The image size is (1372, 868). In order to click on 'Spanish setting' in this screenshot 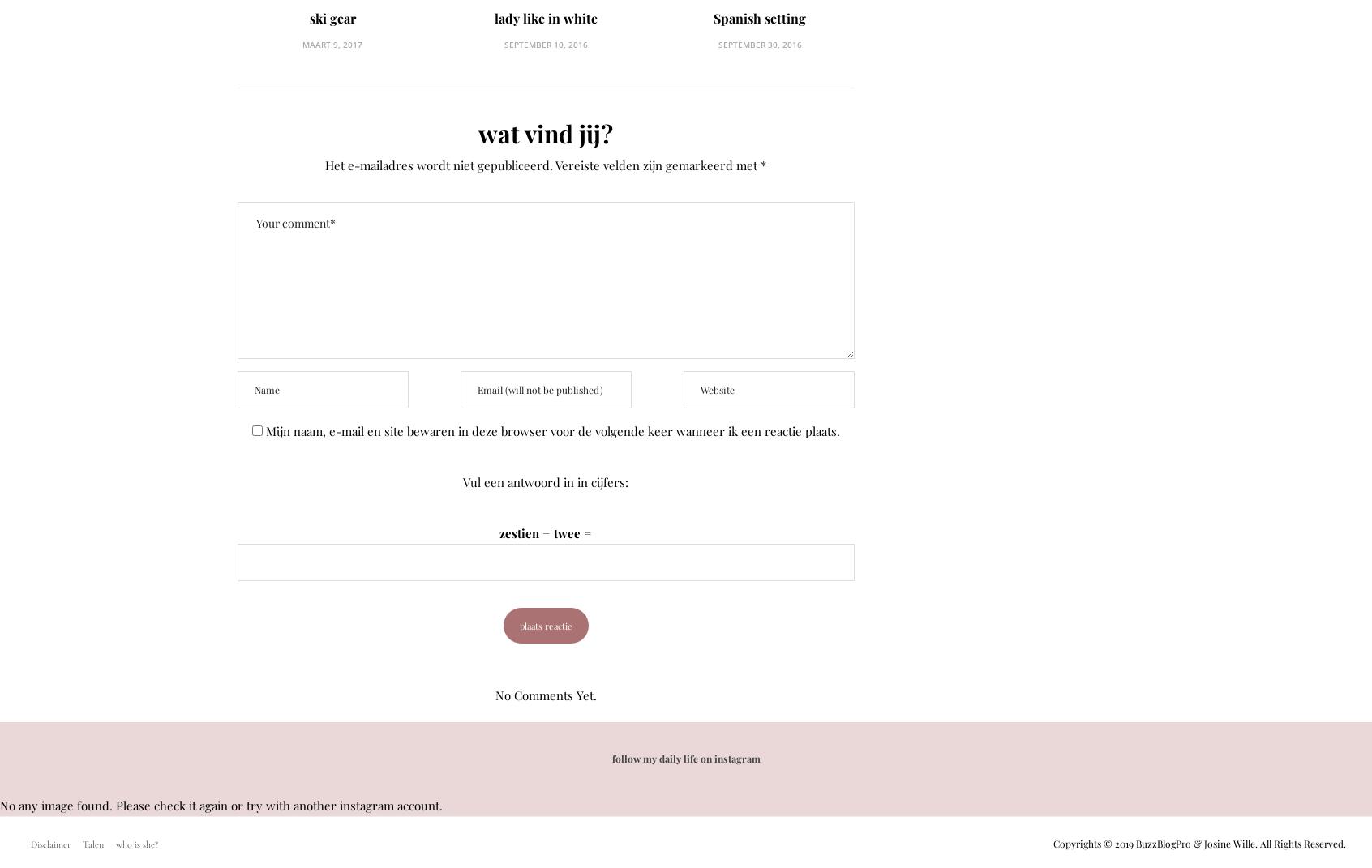, I will do `click(736, 17)`.